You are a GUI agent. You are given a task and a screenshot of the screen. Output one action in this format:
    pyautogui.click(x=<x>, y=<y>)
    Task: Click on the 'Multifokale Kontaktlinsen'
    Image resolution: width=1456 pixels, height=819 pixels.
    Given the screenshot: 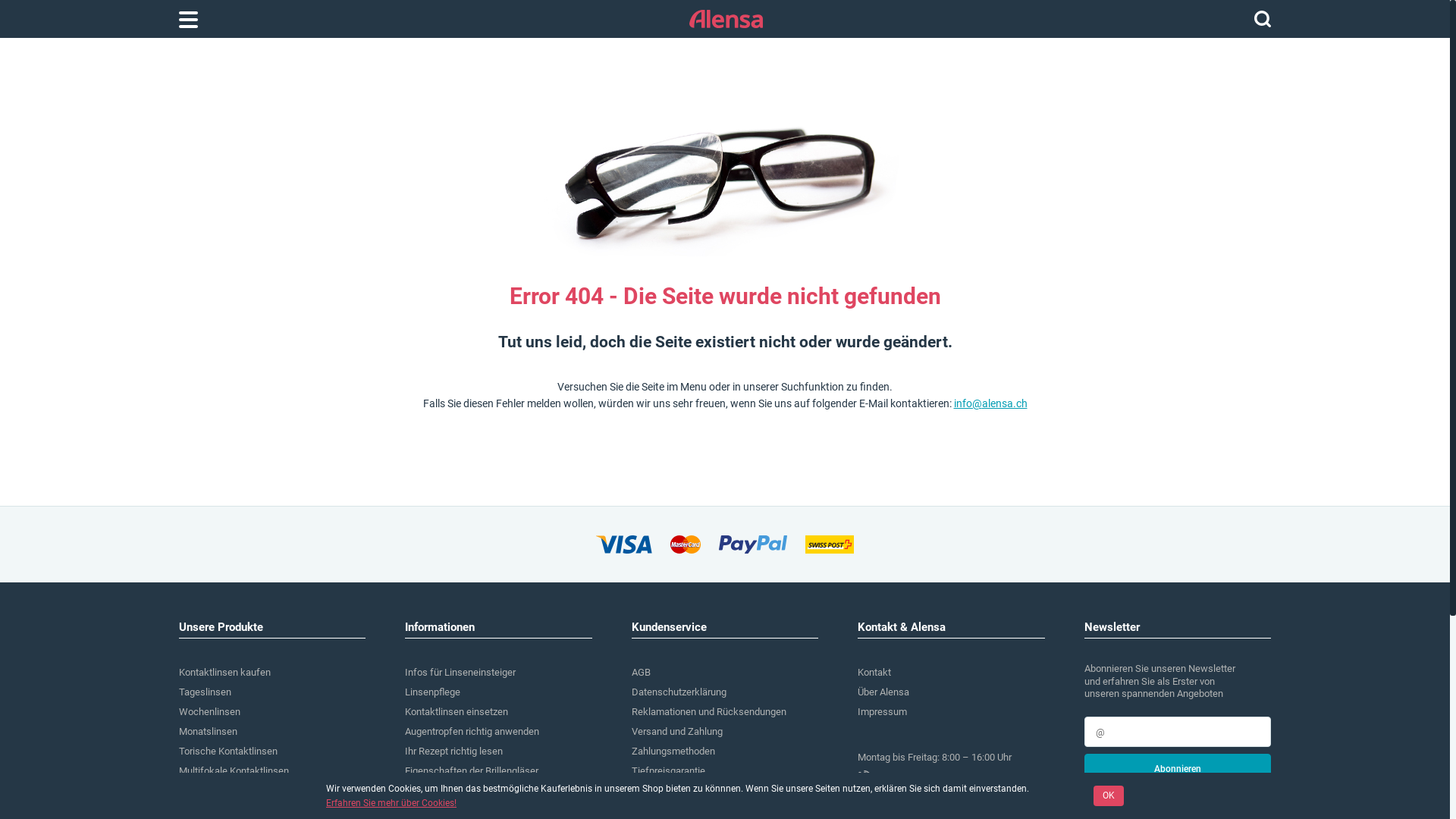 What is the action you would take?
    pyautogui.click(x=233, y=770)
    